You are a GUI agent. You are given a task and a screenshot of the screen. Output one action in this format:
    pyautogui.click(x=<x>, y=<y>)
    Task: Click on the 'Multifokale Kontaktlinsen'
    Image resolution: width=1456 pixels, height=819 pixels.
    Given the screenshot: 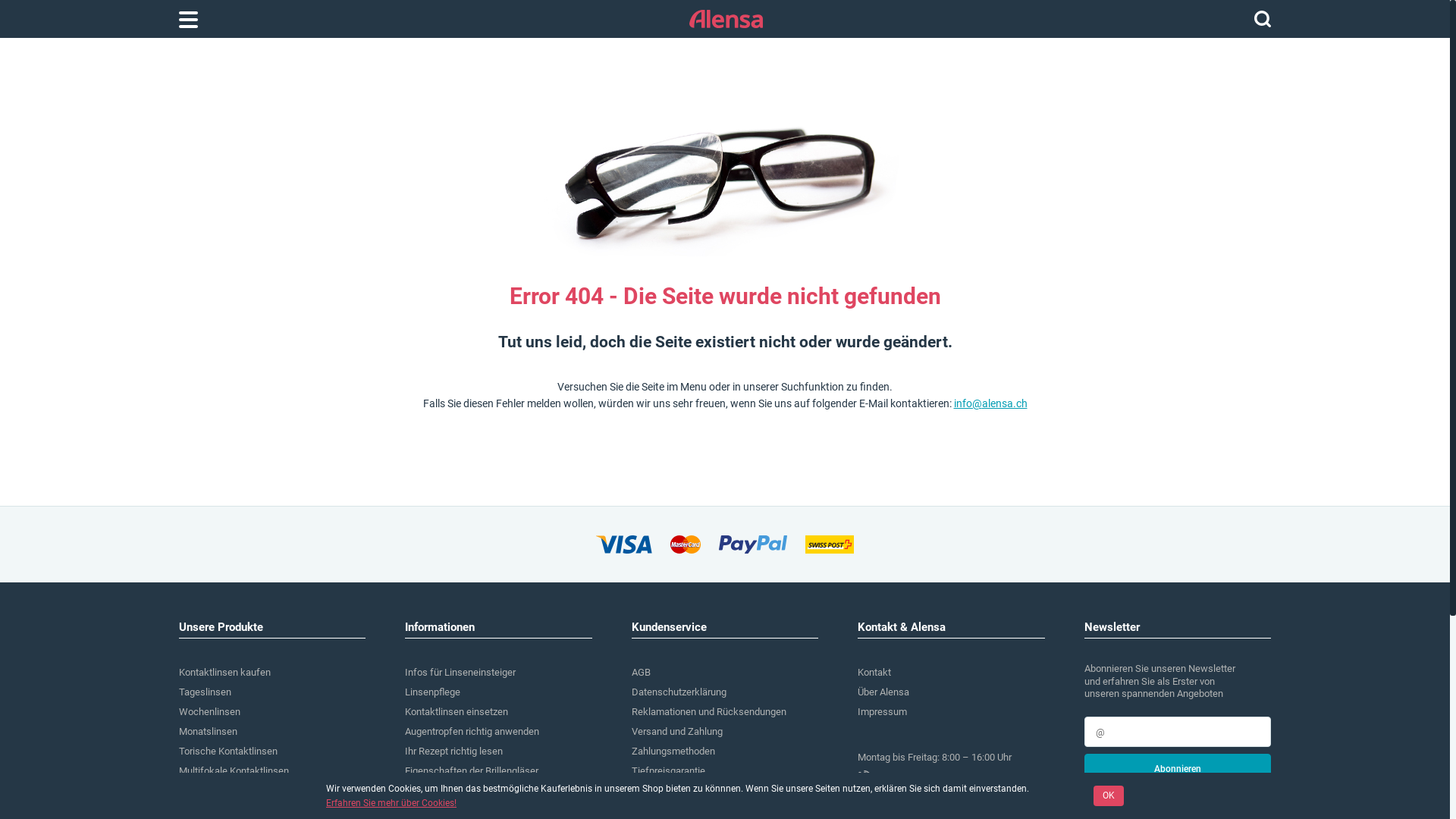 What is the action you would take?
    pyautogui.click(x=233, y=770)
    